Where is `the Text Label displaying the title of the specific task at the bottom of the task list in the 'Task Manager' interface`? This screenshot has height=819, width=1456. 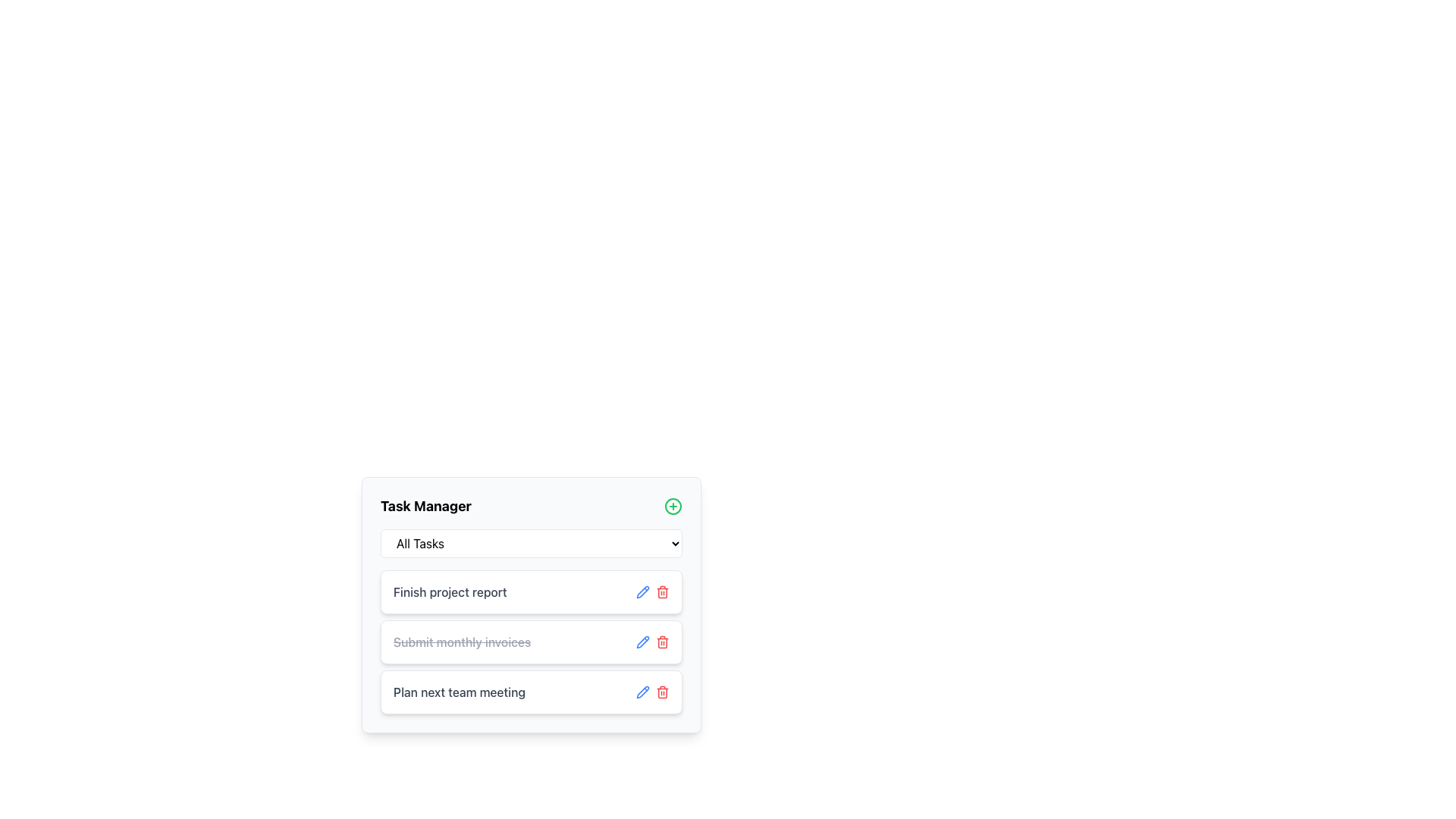
the Text Label displaying the title of the specific task at the bottom of the task list in the 'Task Manager' interface is located at coordinates (458, 692).